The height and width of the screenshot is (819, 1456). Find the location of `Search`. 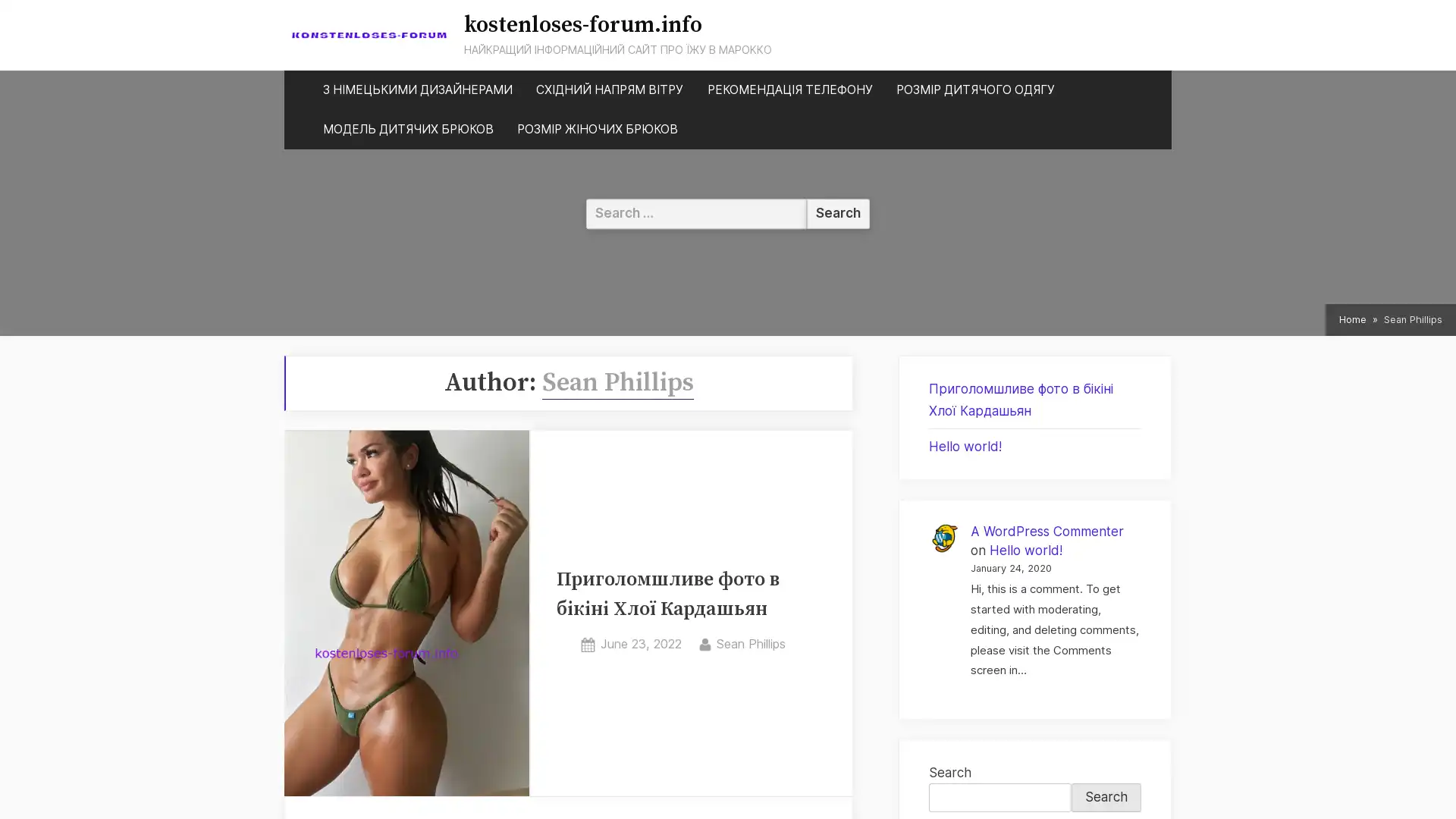

Search is located at coordinates (837, 213).